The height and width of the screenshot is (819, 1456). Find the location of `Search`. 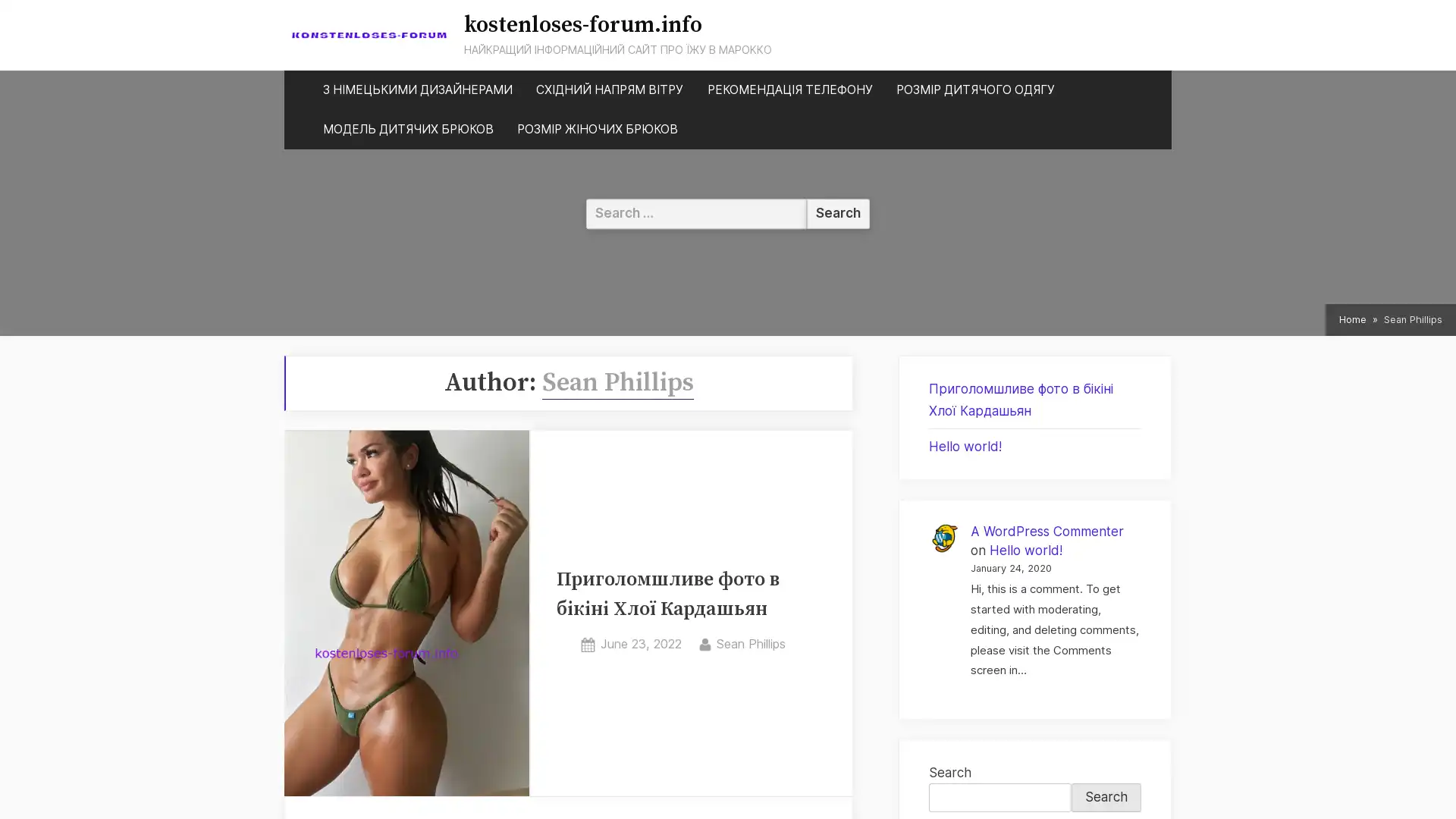

Search is located at coordinates (837, 213).